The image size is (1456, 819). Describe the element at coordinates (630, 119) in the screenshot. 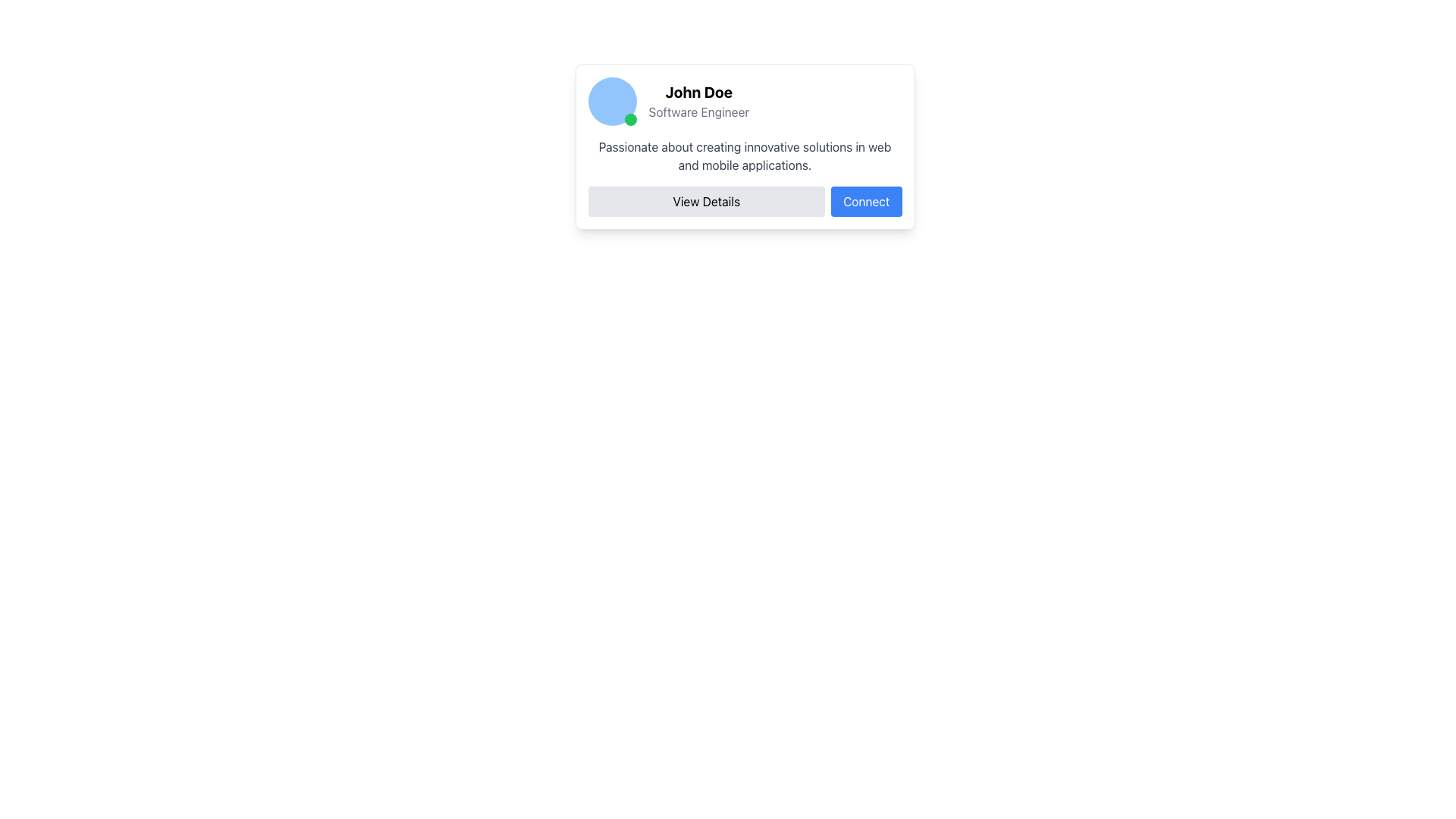

I see `the small, circular, green-colored status indicator located at the bottom-right corner of the larger circular blue element` at that location.